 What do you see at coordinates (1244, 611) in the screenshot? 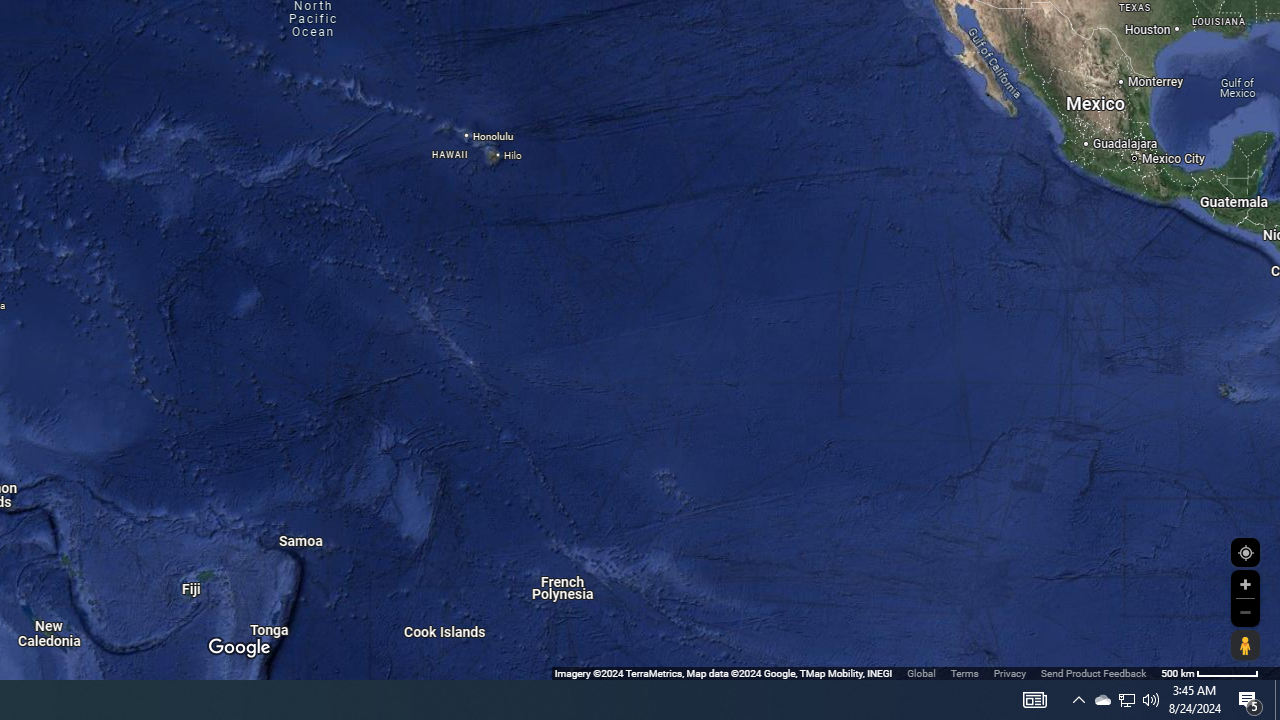
I see `'Zoom out'` at bounding box center [1244, 611].